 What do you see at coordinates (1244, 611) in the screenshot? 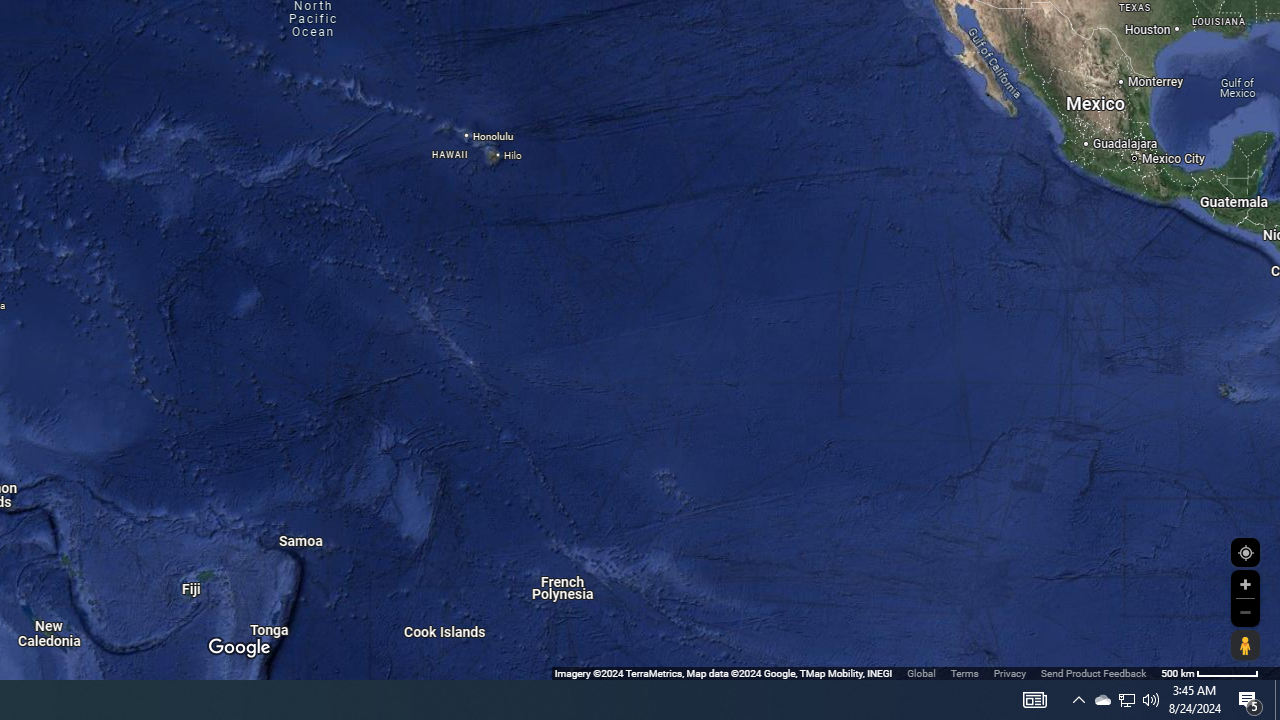
I see `'Zoom out'` at bounding box center [1244, 611].